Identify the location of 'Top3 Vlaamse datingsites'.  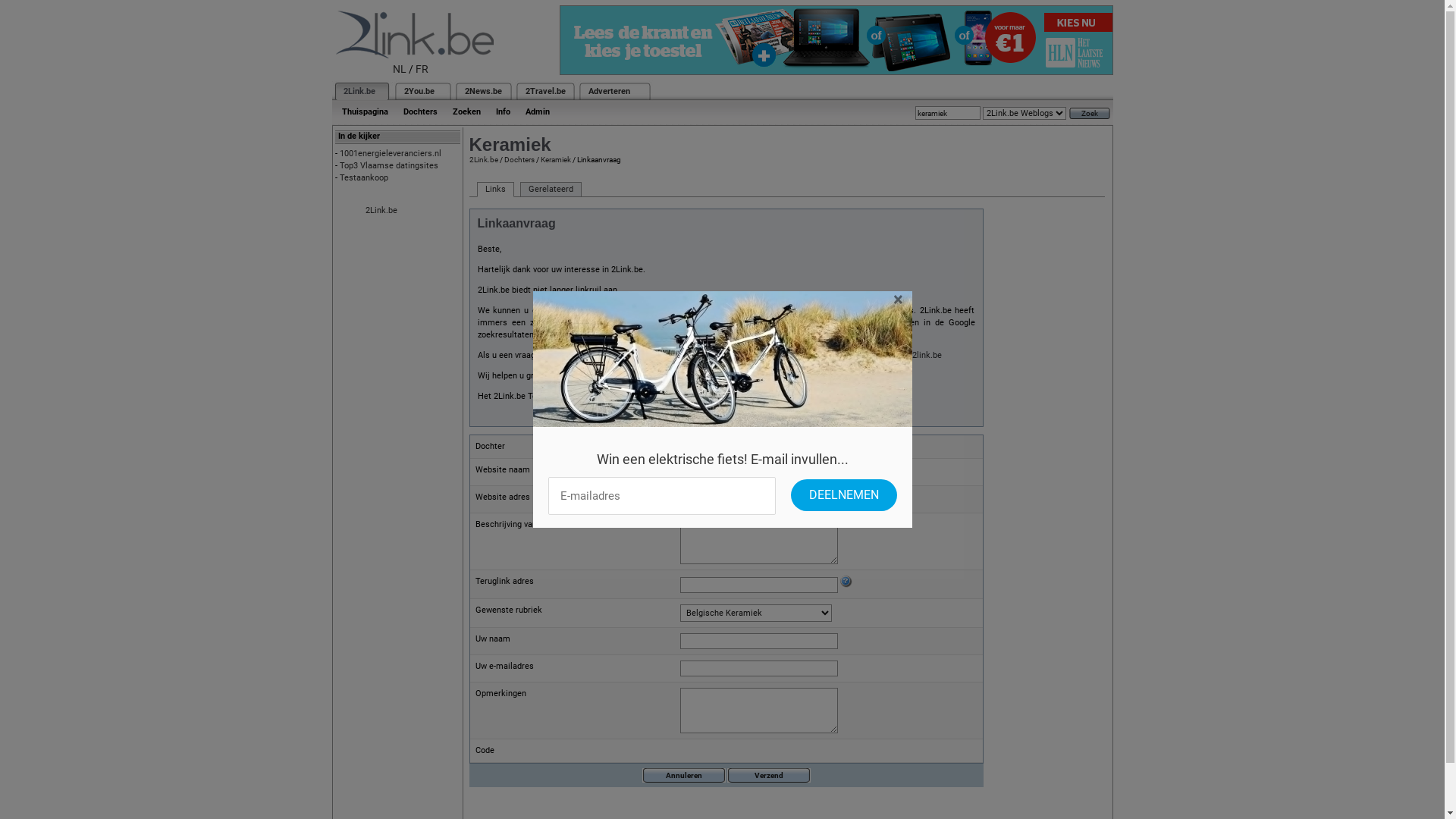
(389, 165).